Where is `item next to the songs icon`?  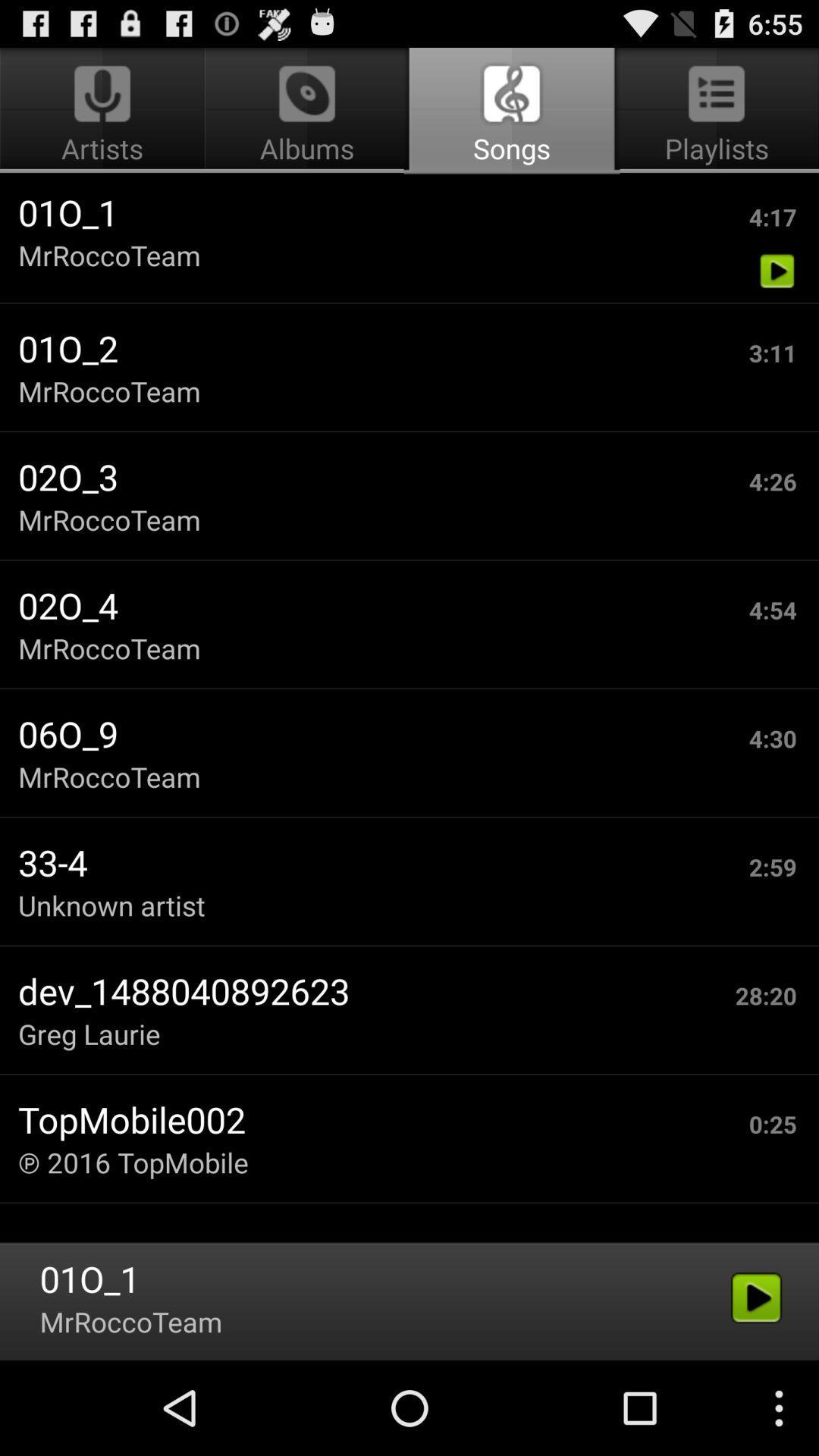
item next to the songs icon is located at coordinates (104, 111).